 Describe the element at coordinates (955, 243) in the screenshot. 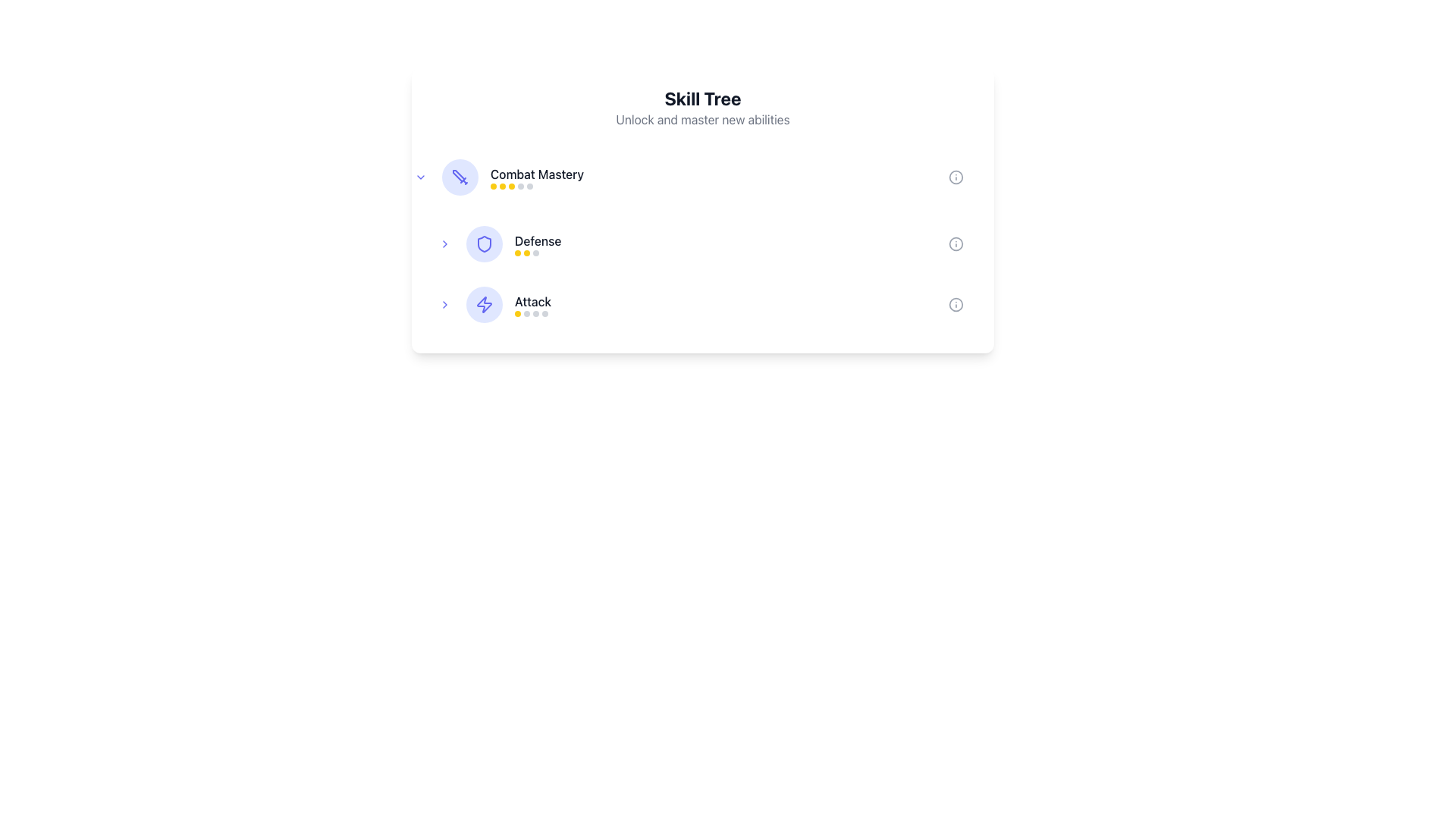

I see `the Information icon on the far-right end of the 'Defense' row in the 'Skill Tree' interface` at that location.